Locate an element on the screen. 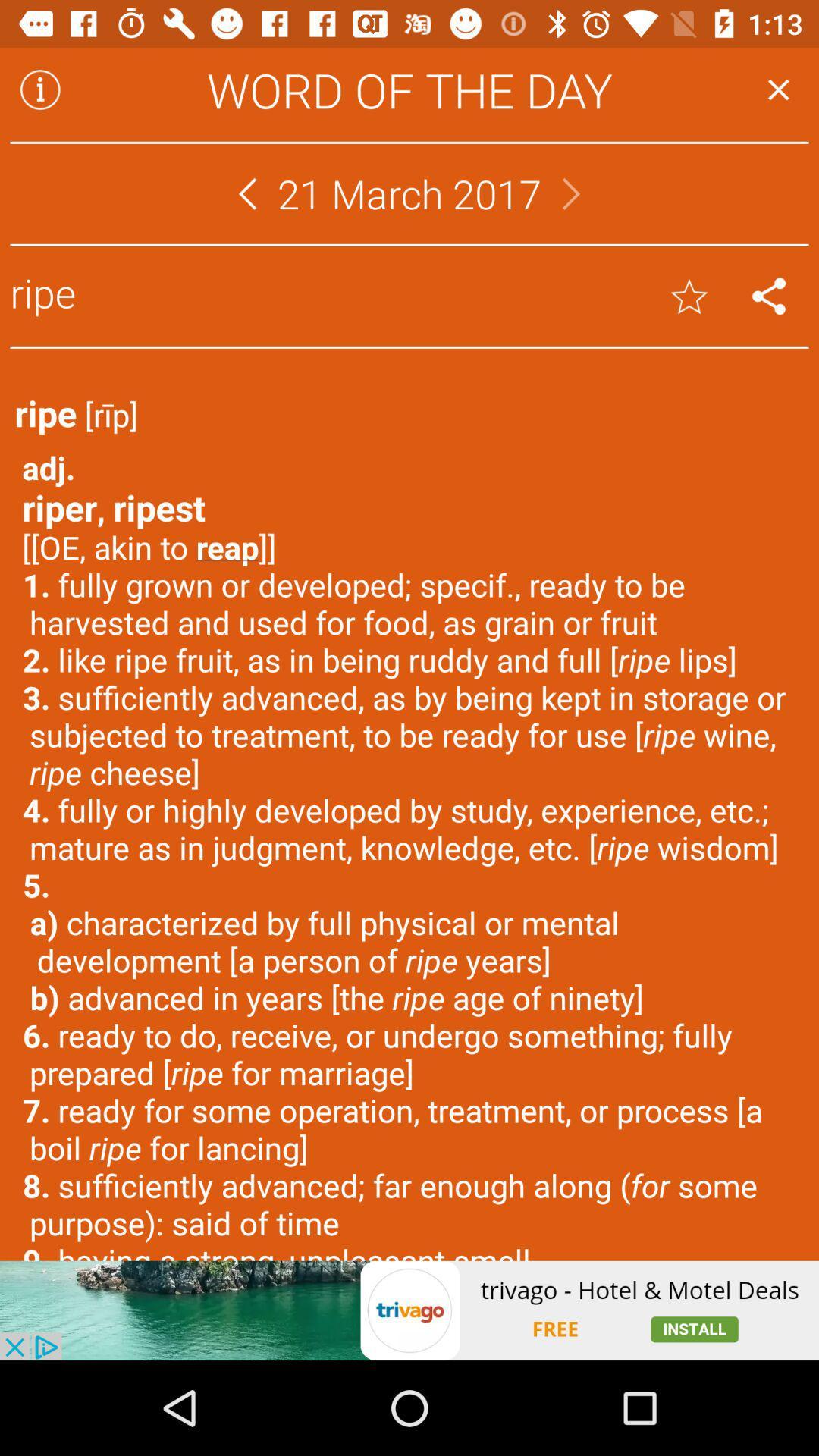  move forward is located at coordinates (571, 193).